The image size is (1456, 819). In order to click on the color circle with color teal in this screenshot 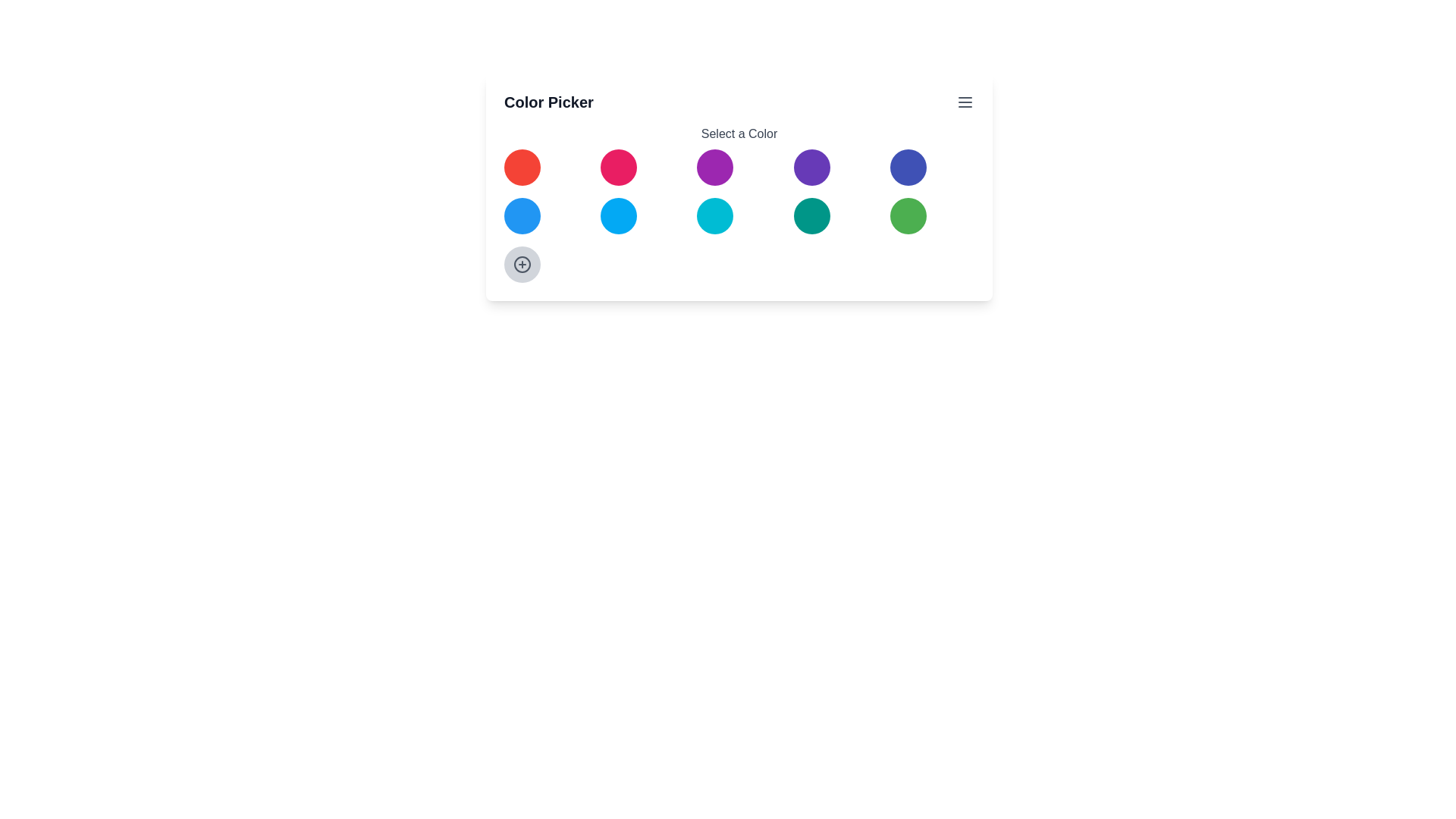, I will do `click(811, 216)`.